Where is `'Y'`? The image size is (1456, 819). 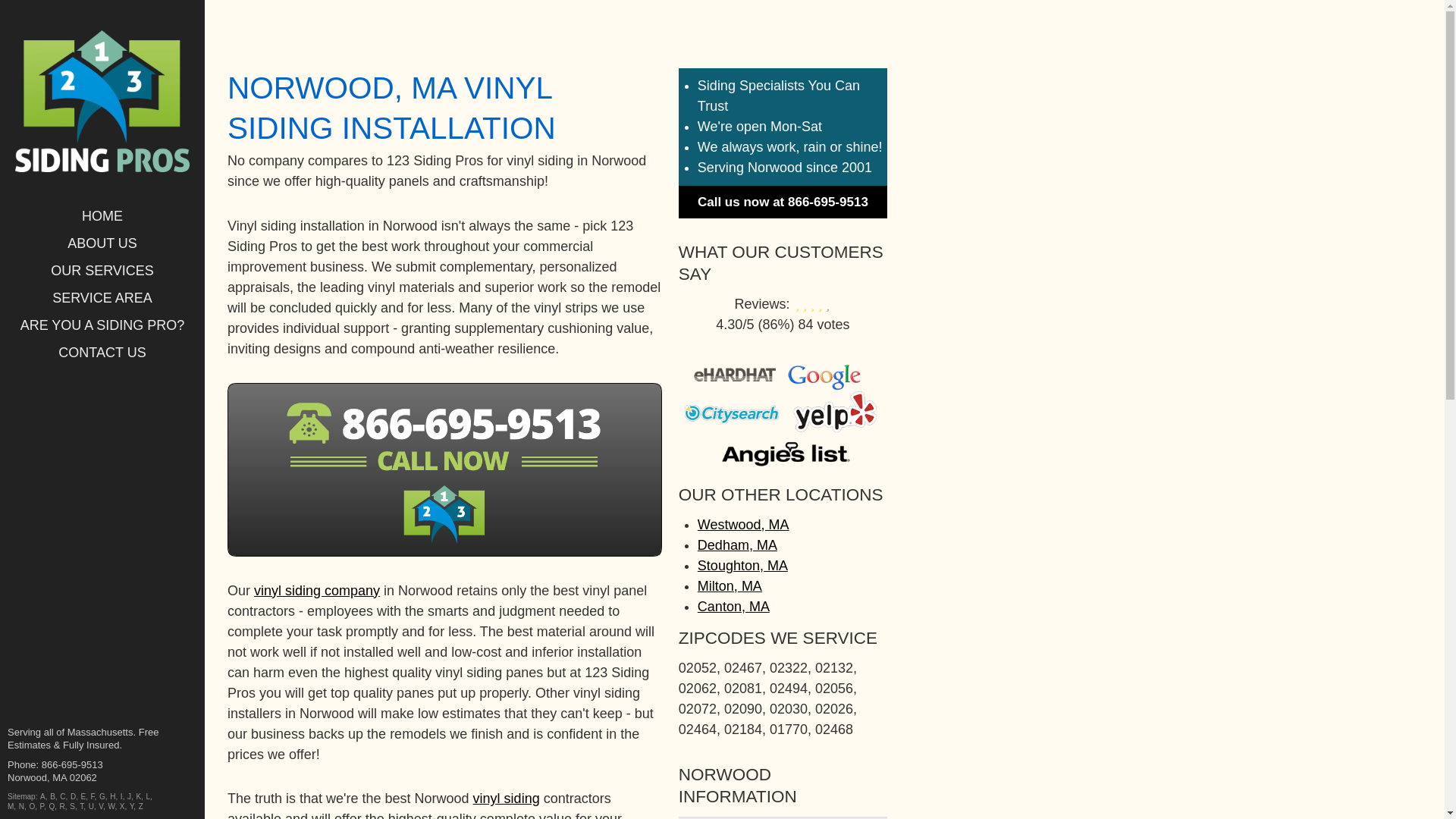 'Y' is located at coordinates (130, 805).